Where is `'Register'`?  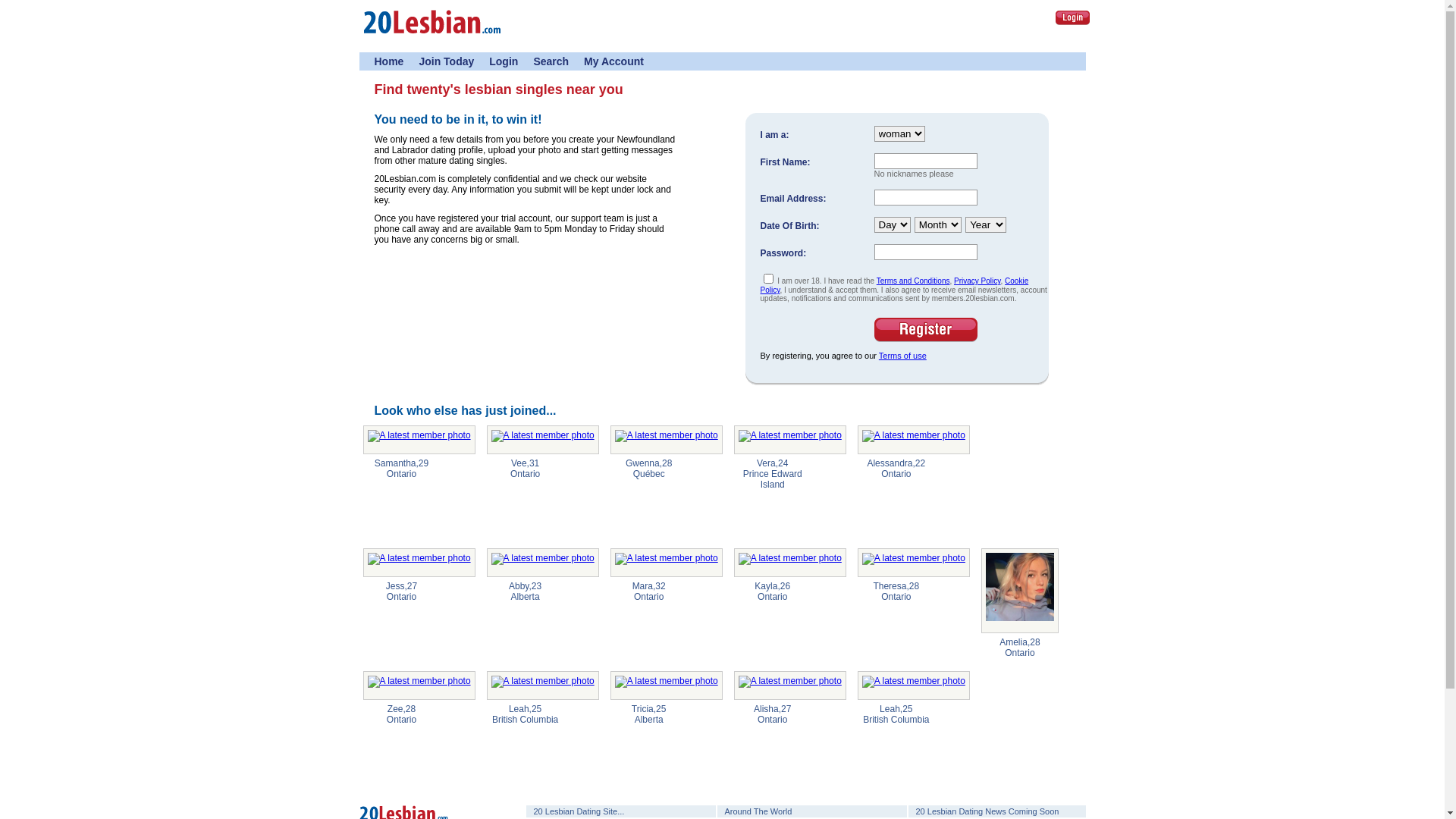
'Register' is located at coordinates (924, 329).